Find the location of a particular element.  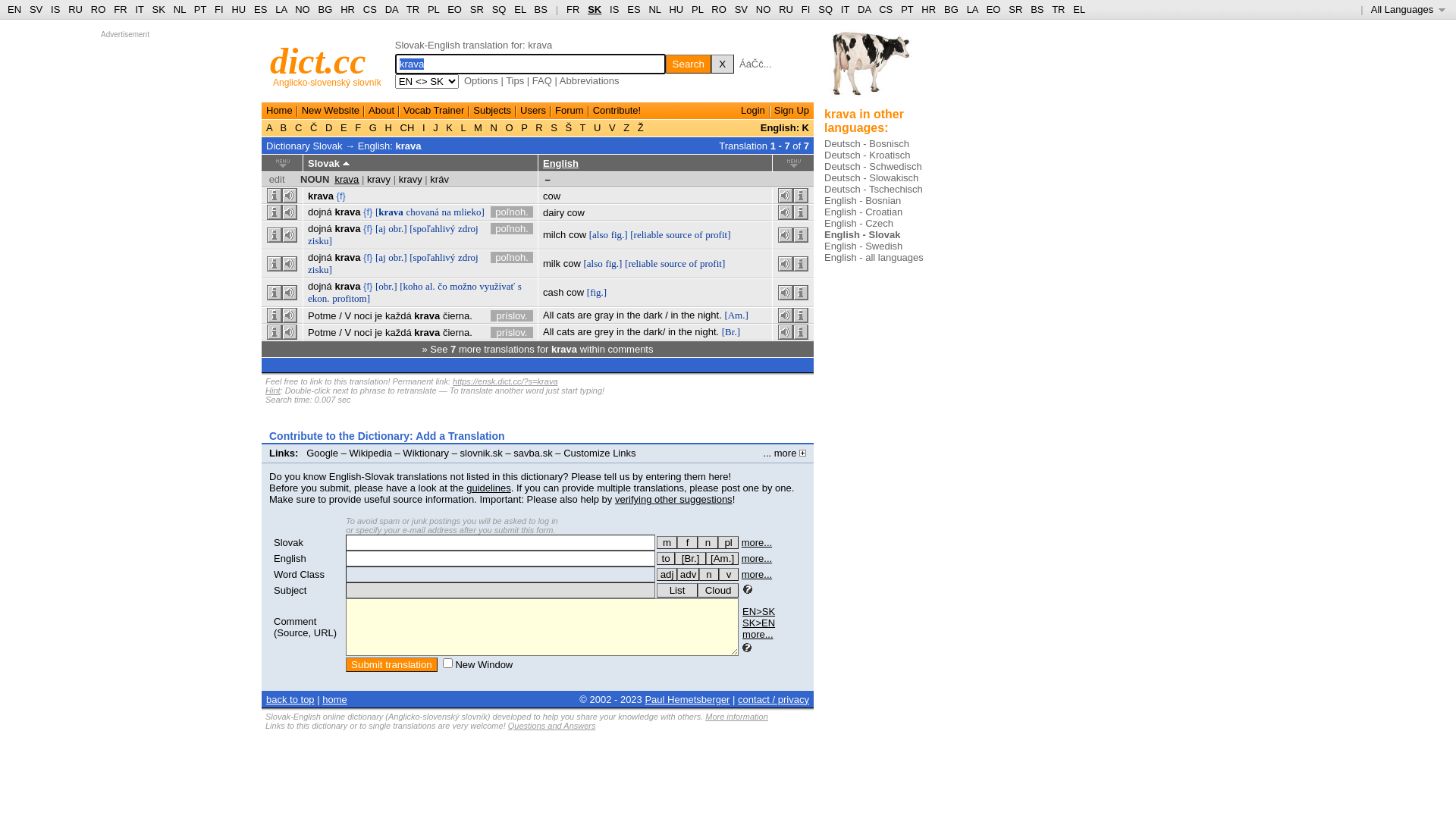

'EL' is located at coordinates (519, 9).